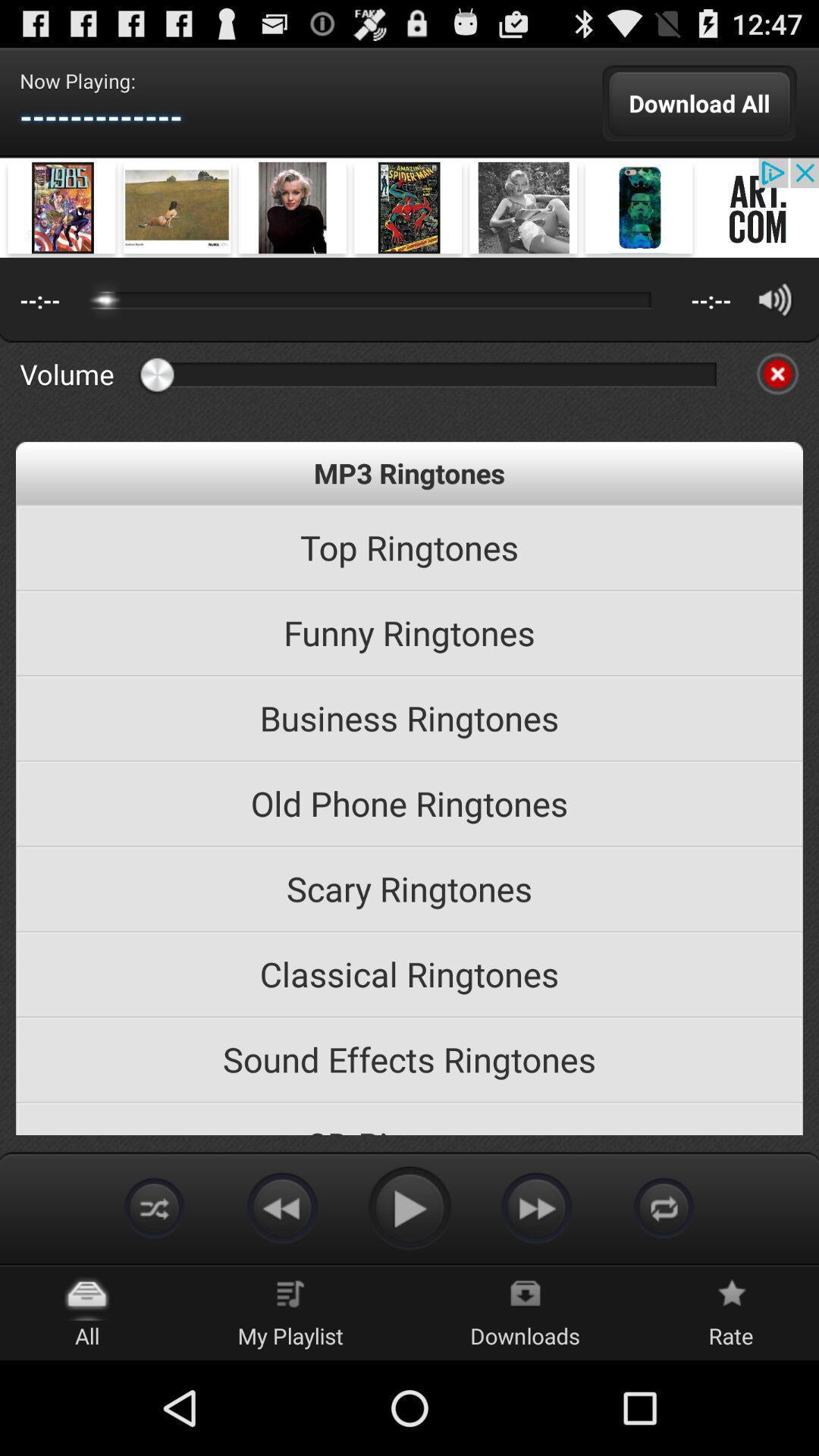  I want to click on fast forward song, so click(536, 1207).